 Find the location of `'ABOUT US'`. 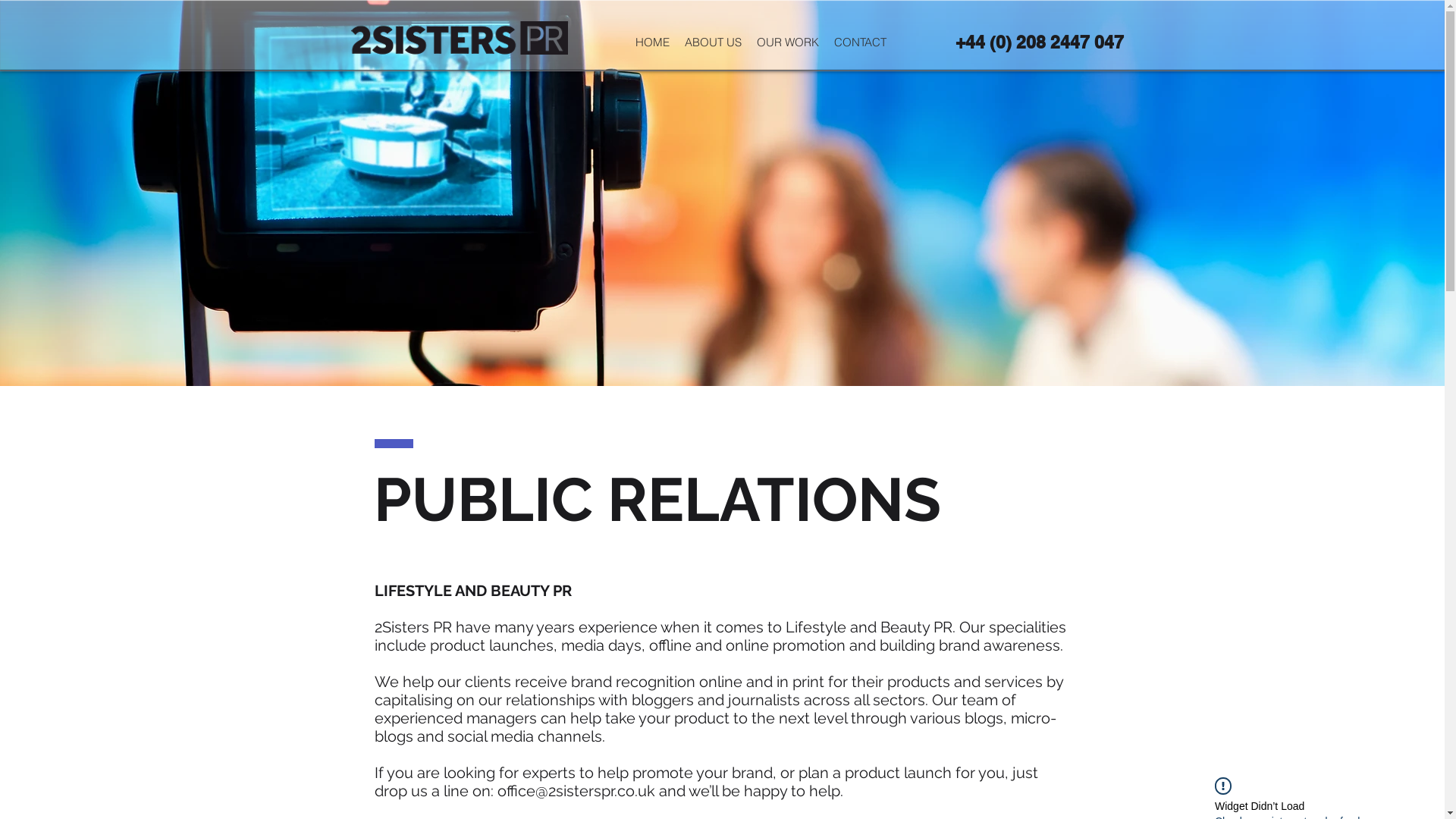

'ABOUT US' is located at coordinates (711, 42).